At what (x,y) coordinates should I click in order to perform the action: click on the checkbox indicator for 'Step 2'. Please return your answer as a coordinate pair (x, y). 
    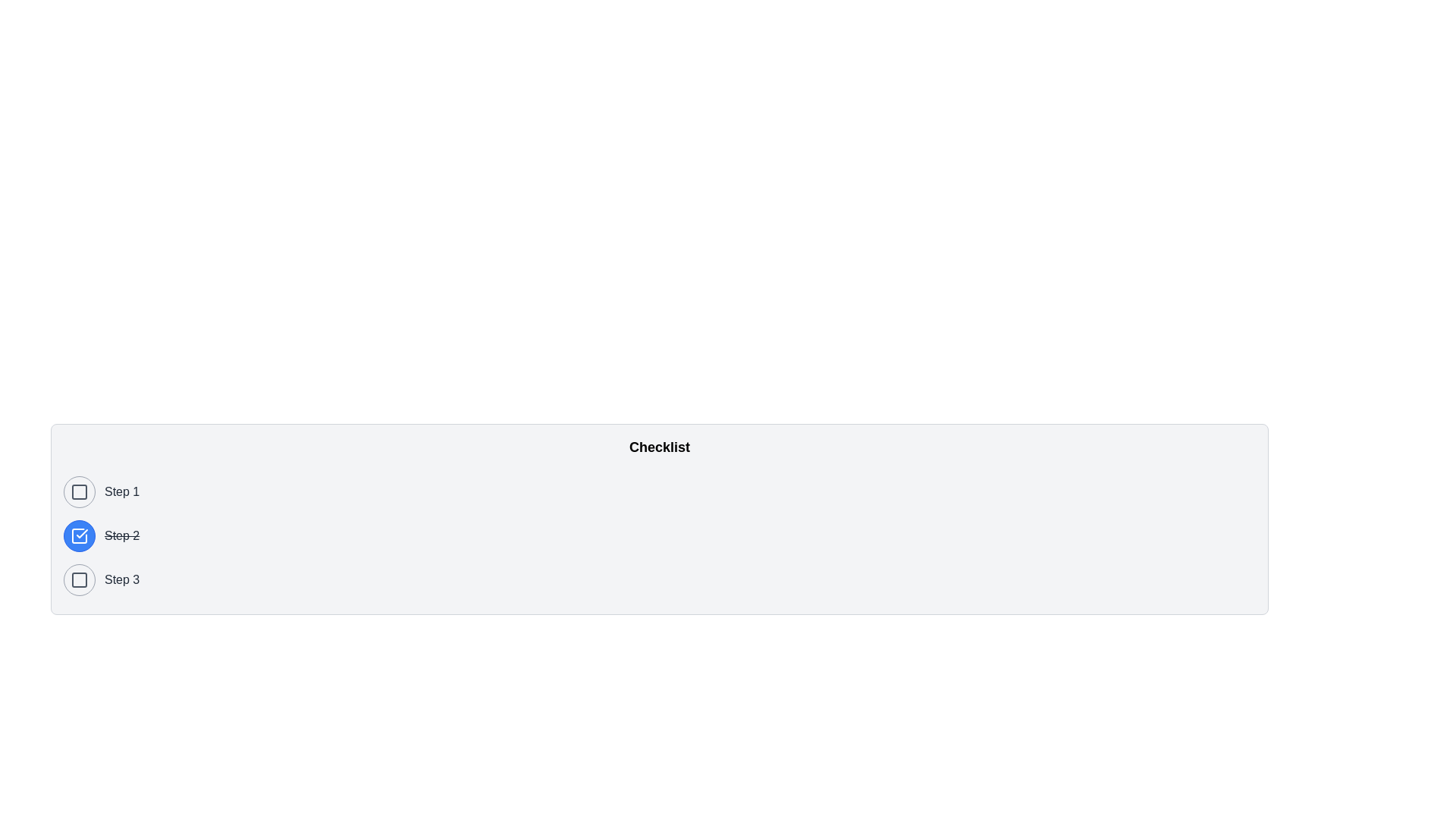
    Looking at the image, I should click on (79, 535).